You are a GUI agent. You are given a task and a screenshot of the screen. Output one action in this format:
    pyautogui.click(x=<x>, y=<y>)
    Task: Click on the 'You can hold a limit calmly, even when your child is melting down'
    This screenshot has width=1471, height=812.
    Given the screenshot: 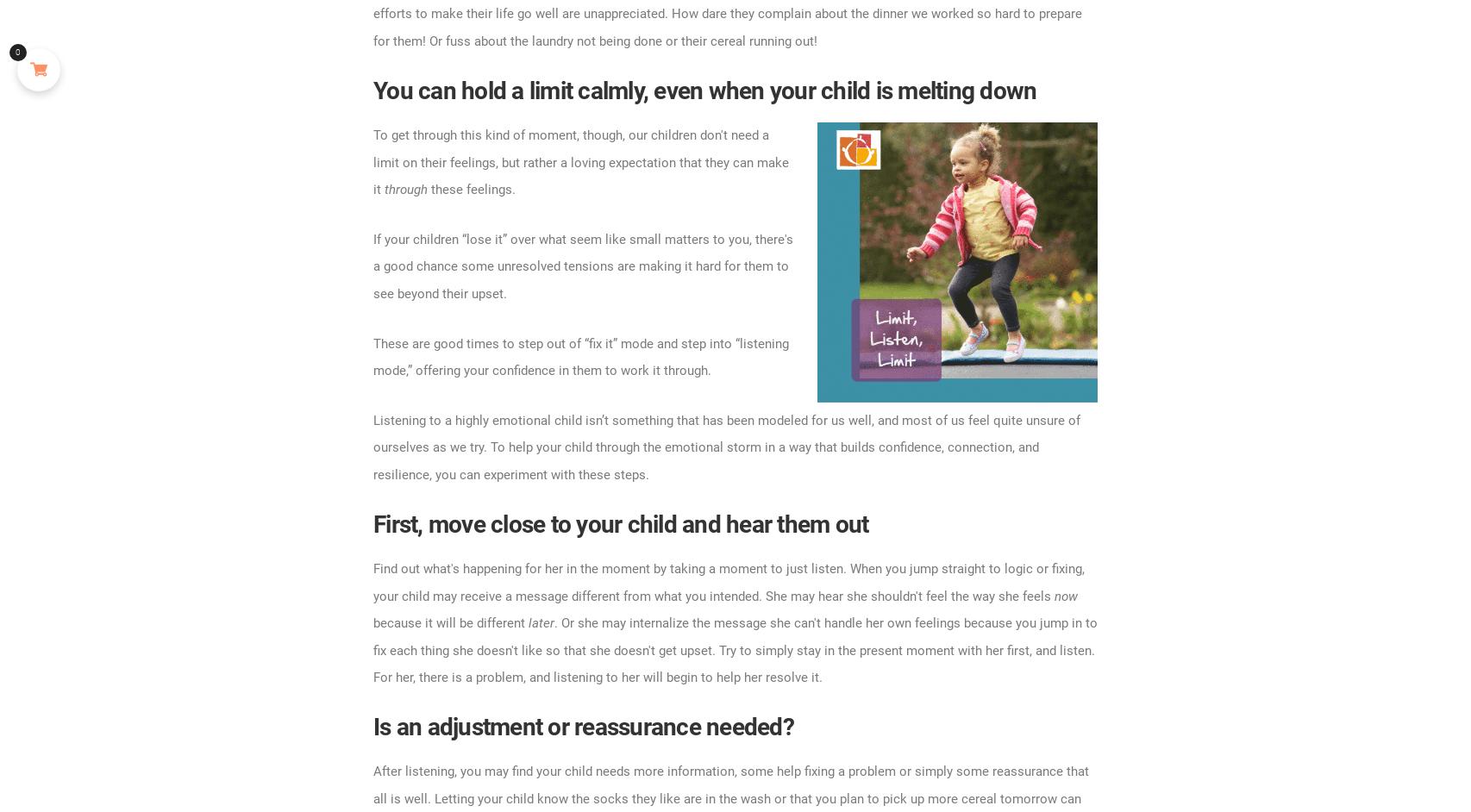 What is the action you would take?
    pyautogui.click(x=372, y=90)
    